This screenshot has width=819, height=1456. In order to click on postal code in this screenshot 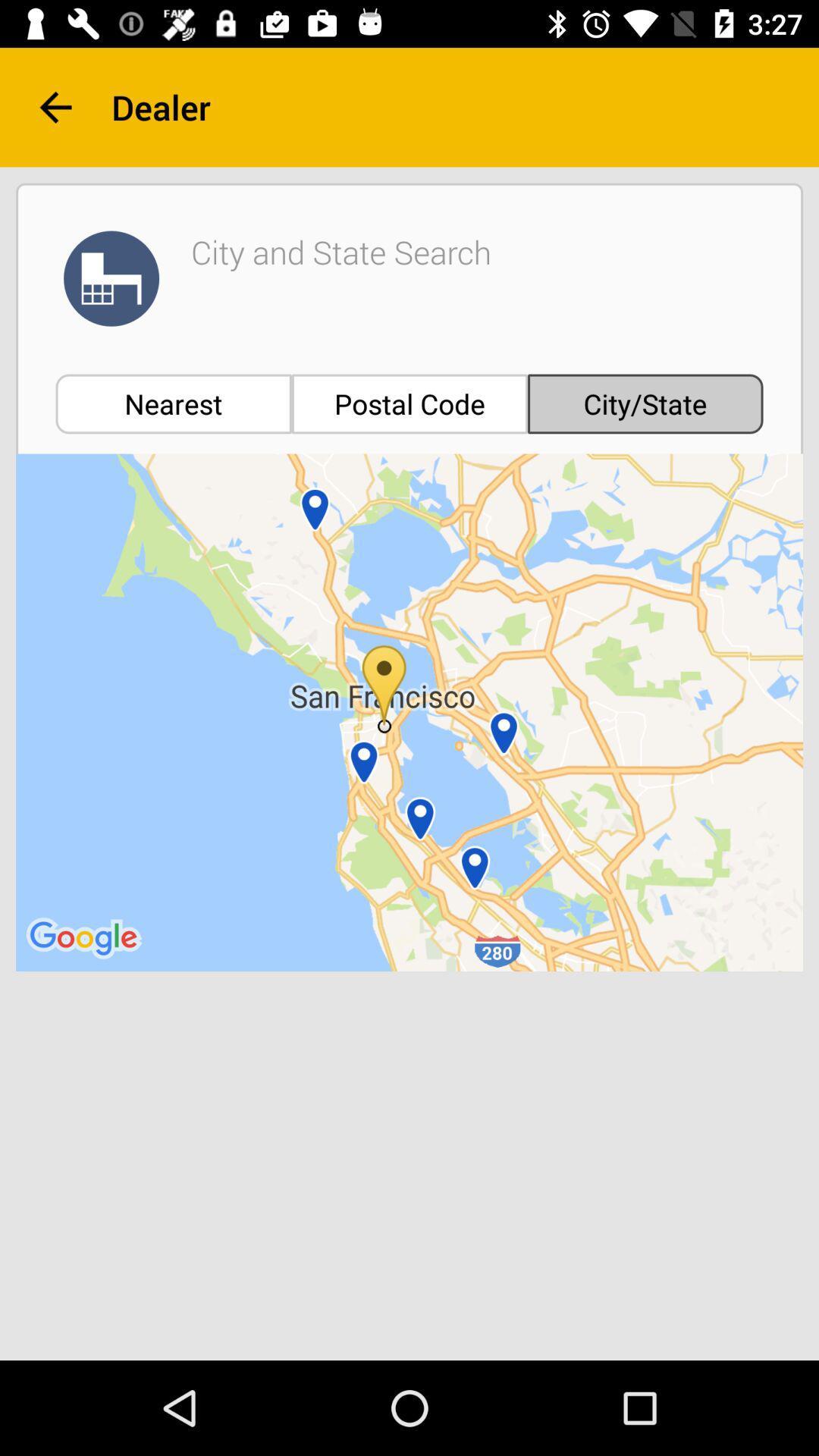, I will do `click(409, 403)`.